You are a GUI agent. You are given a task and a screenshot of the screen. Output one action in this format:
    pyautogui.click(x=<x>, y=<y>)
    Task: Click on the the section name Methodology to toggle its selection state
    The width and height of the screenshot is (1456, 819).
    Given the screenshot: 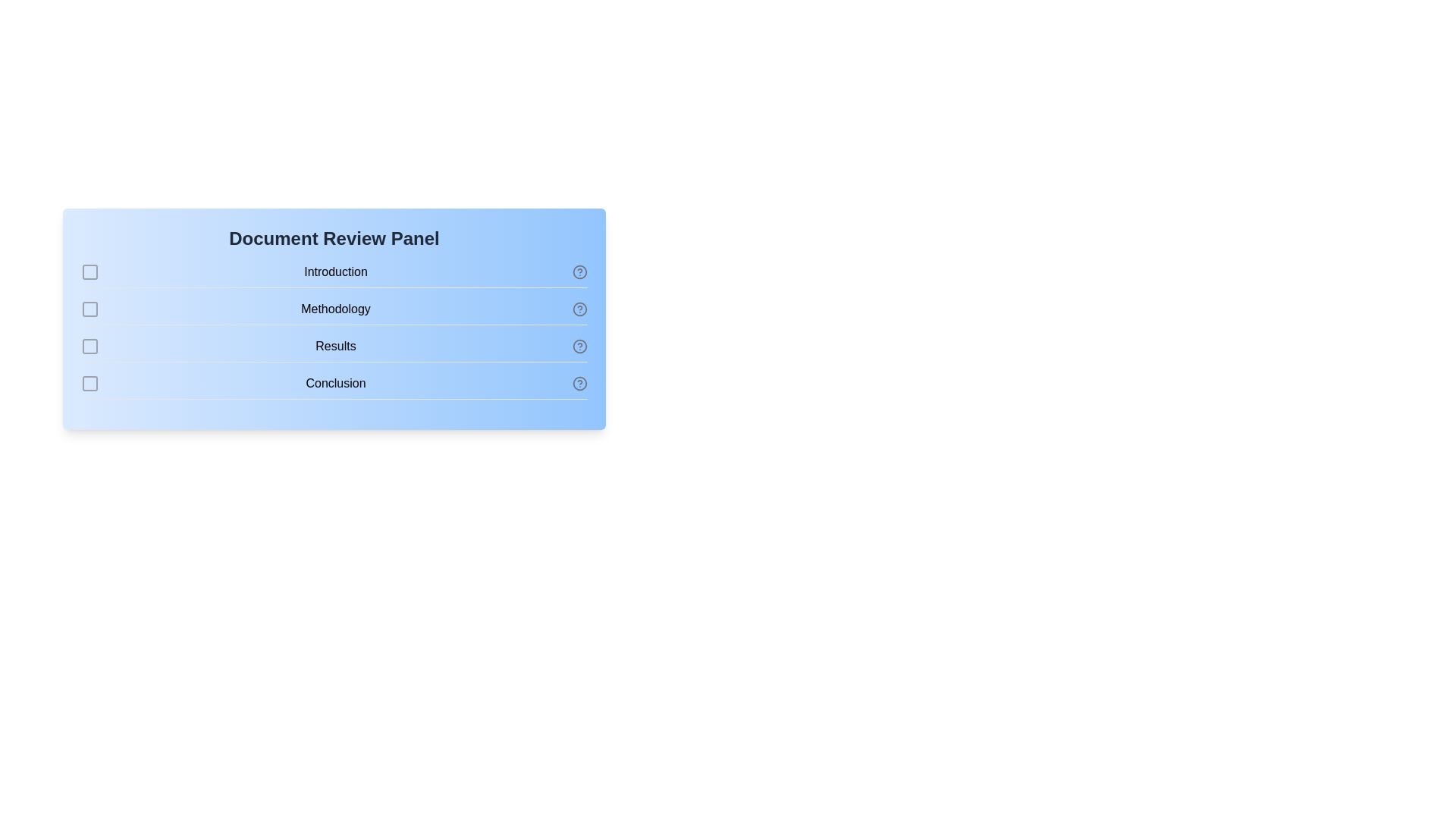 What is the action you would take?
    pyautogui.click(x=334, y=312)
    